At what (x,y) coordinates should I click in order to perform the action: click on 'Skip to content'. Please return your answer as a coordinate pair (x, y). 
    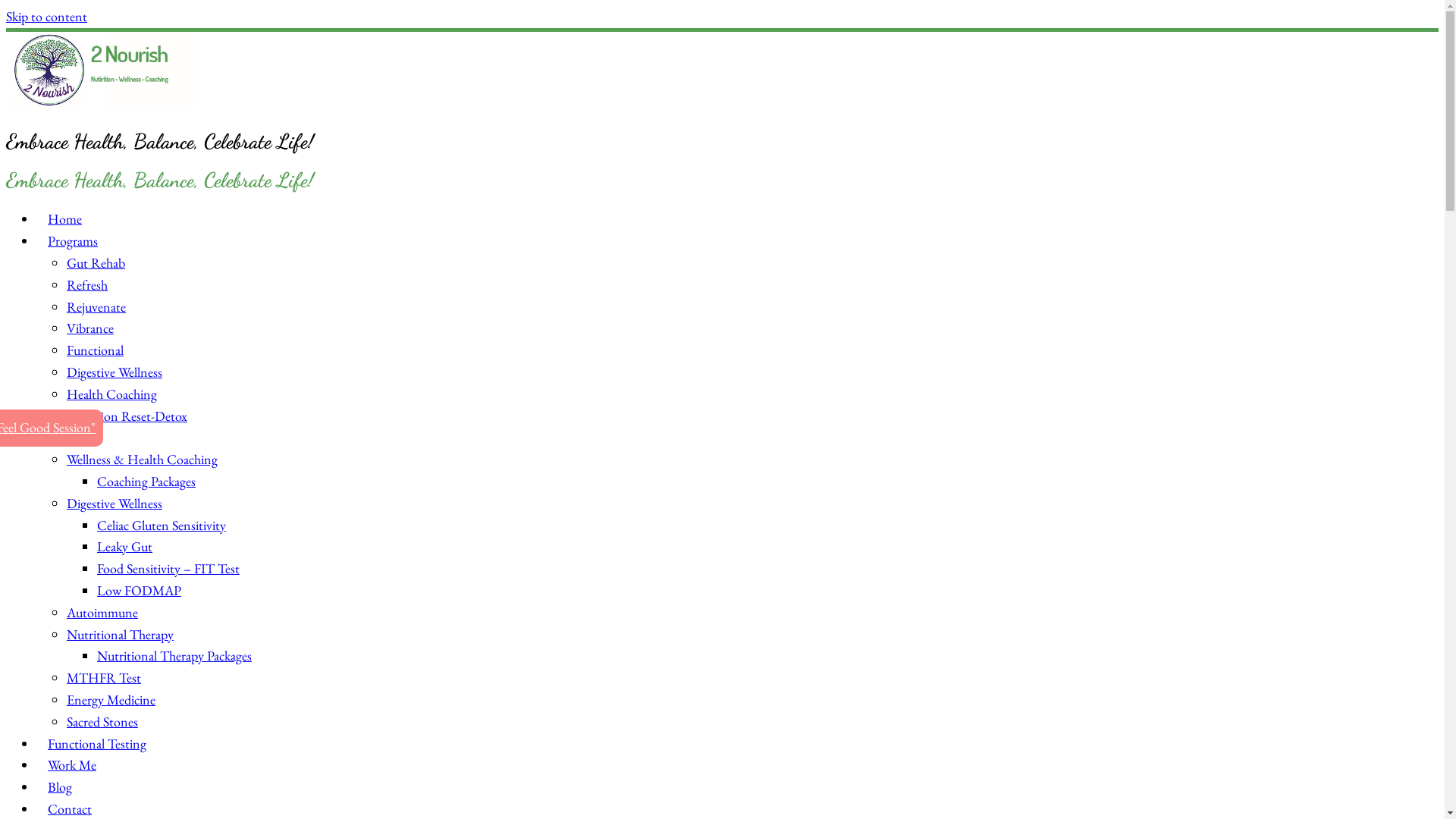
    Looking at the image, I should click on (46, 16).